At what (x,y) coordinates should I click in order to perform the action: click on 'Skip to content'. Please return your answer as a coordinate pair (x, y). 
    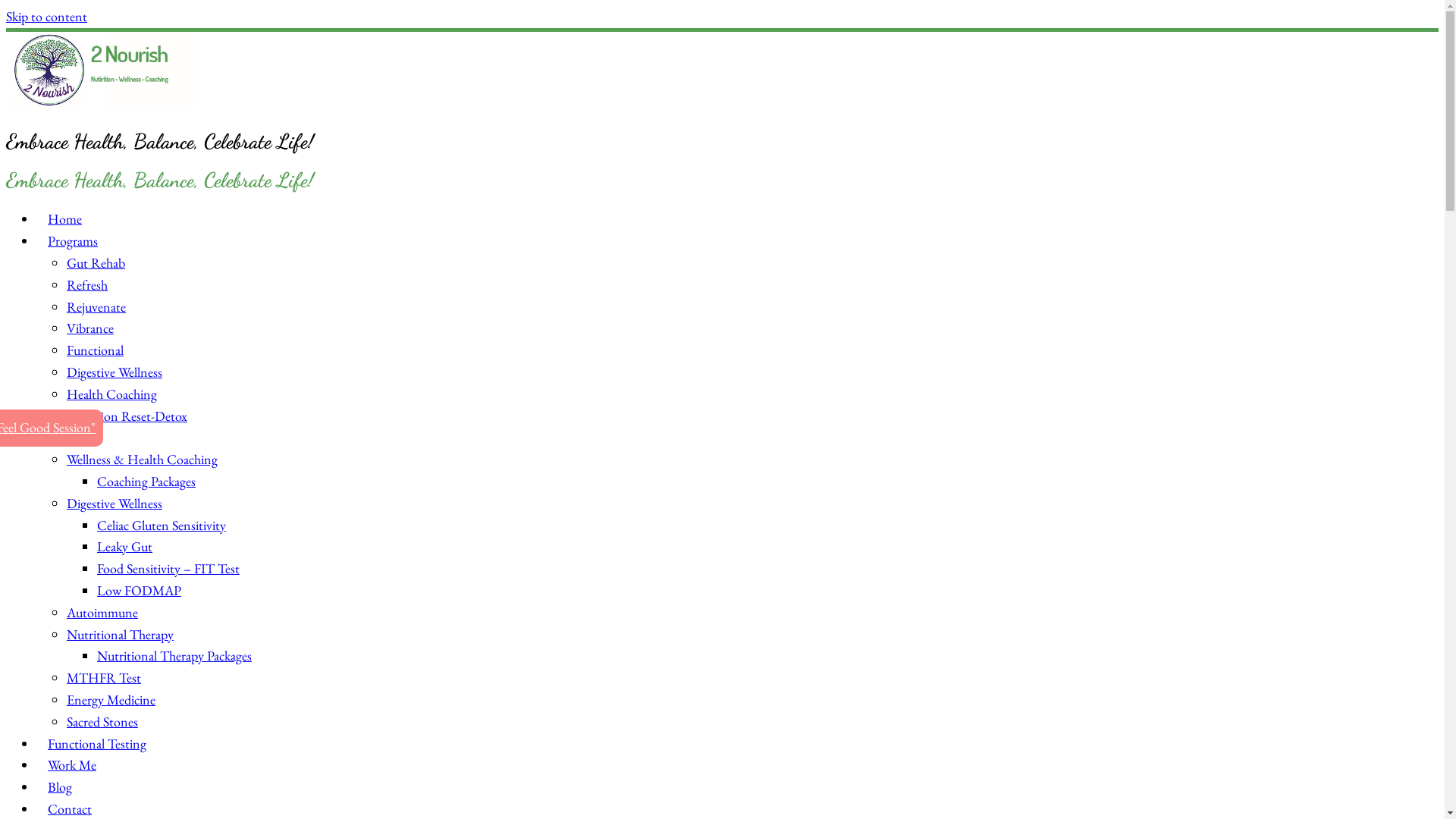
    Looking at the image, I should click on (46, 16).